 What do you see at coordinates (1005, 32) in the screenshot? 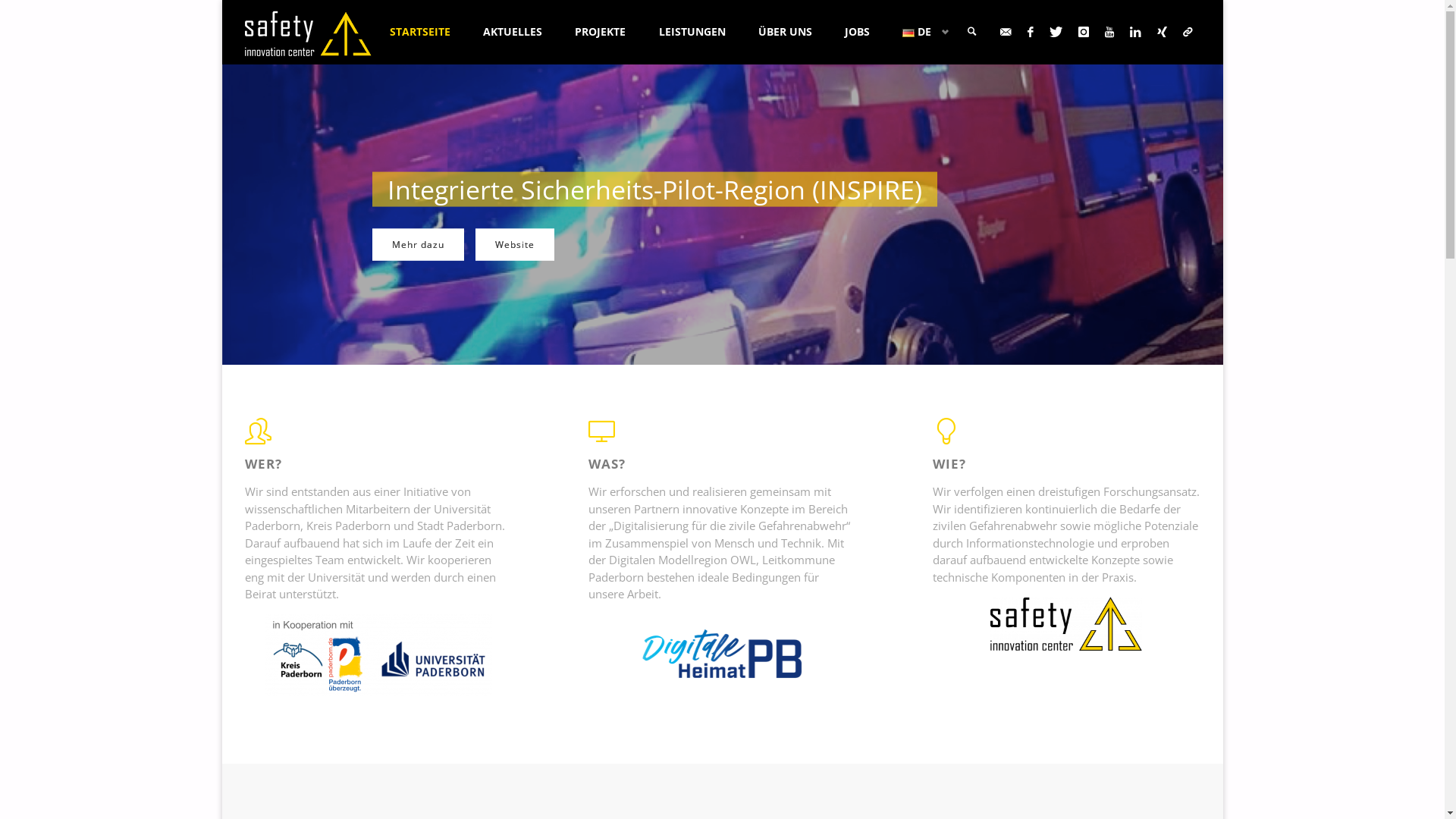
I see `'Email'` at bounding box center [1005, 32].